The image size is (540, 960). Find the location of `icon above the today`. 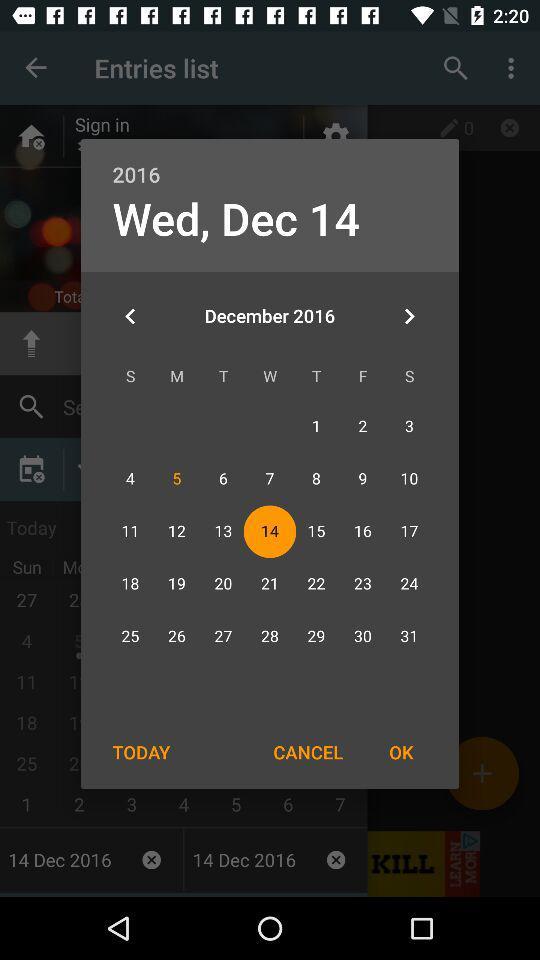

icon above the today is located at coordinates (130, 316).